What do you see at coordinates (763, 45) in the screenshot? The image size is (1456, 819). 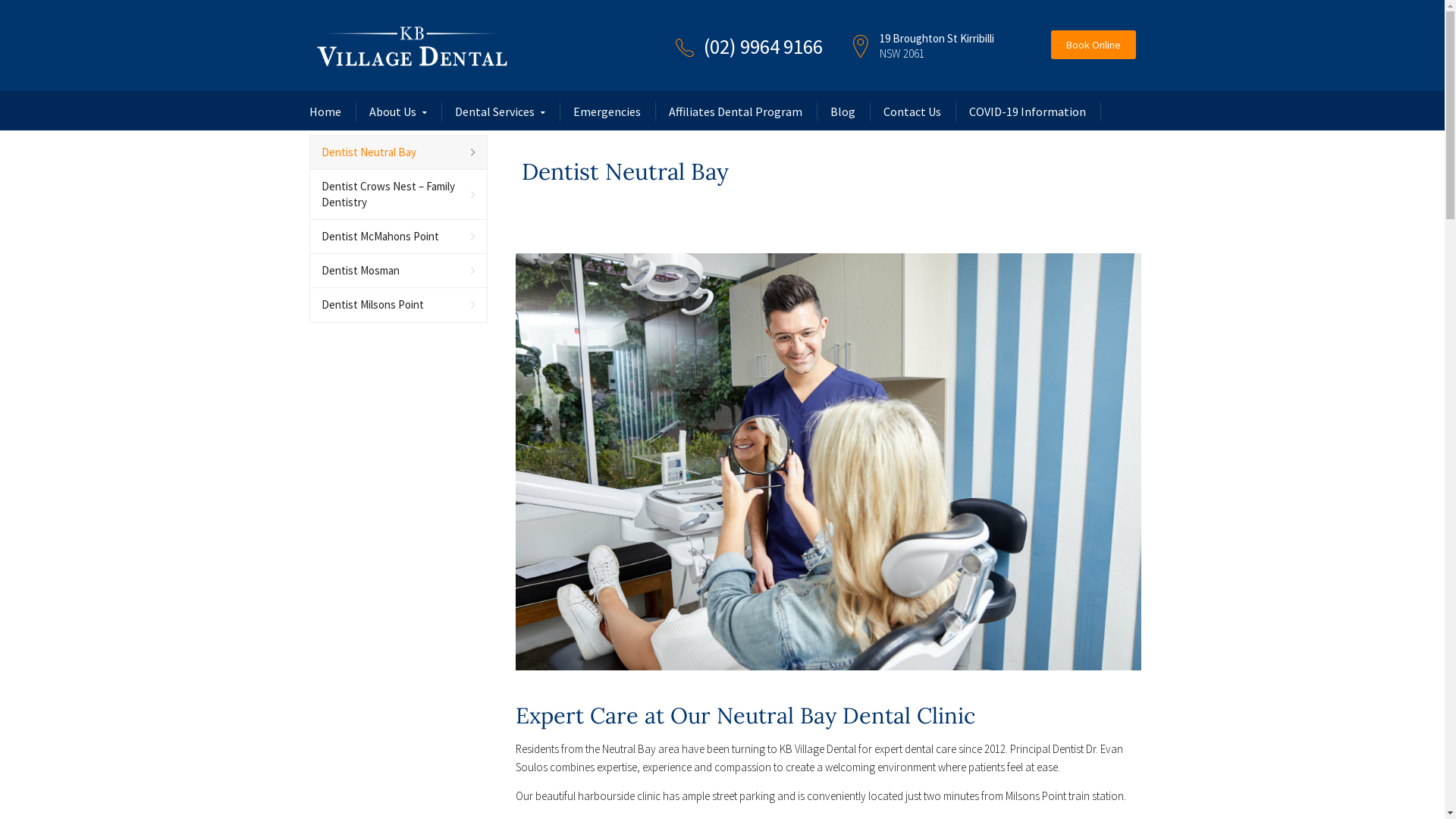 I see `'(02) 9964 9166'` at bounding box center [763, 45].